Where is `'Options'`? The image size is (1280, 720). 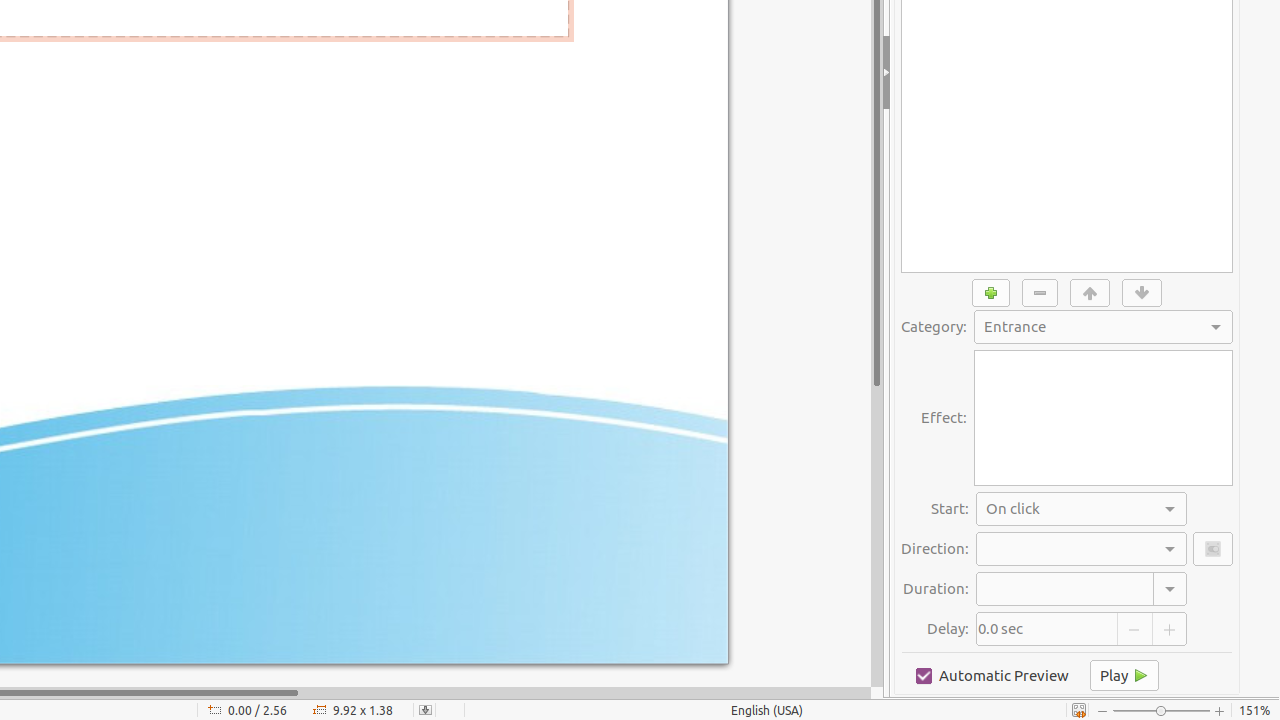 'Options' is located at coordinates (1212, 549).